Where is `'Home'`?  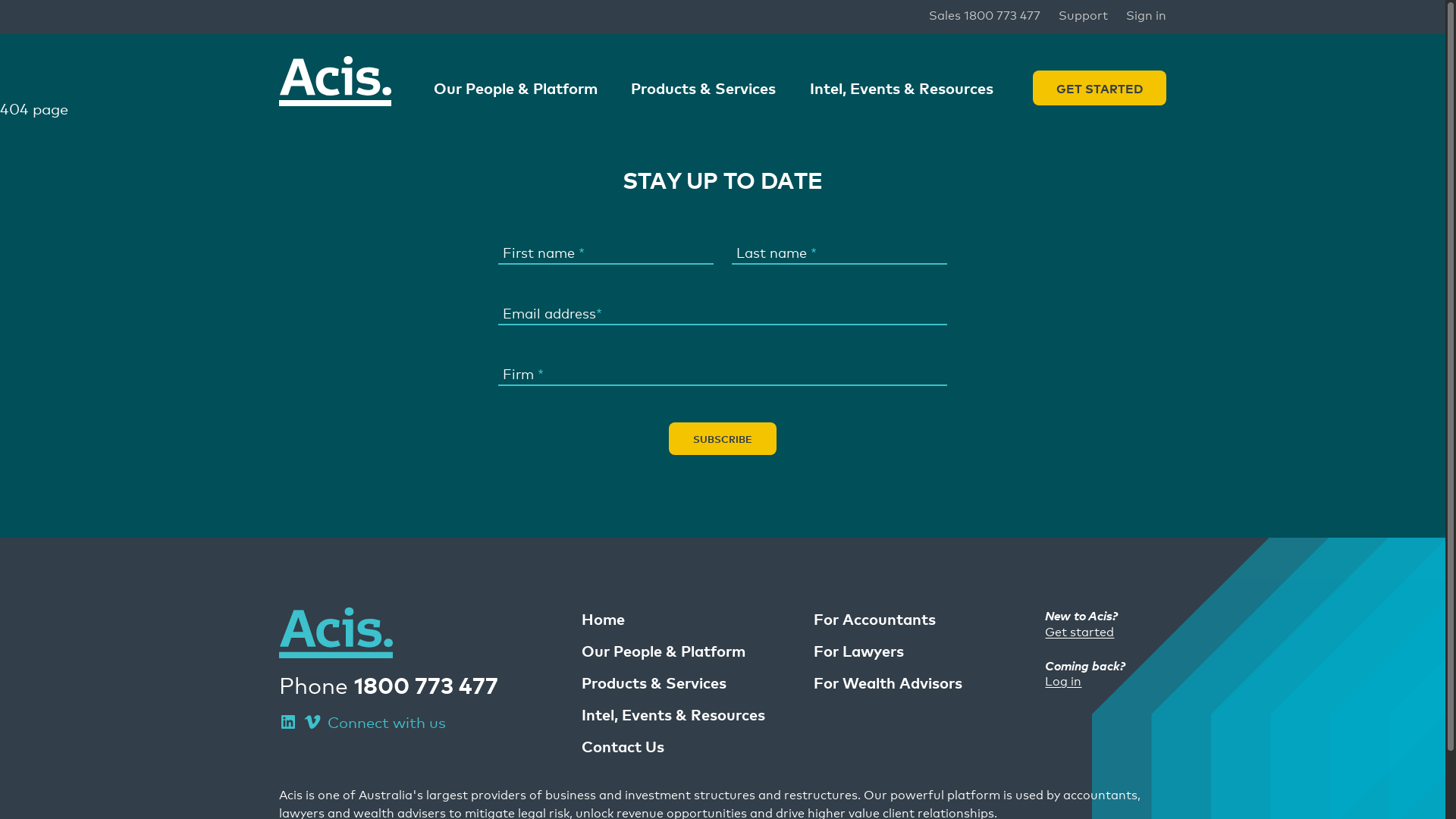
'Home' is located at coordinates (602, 618).